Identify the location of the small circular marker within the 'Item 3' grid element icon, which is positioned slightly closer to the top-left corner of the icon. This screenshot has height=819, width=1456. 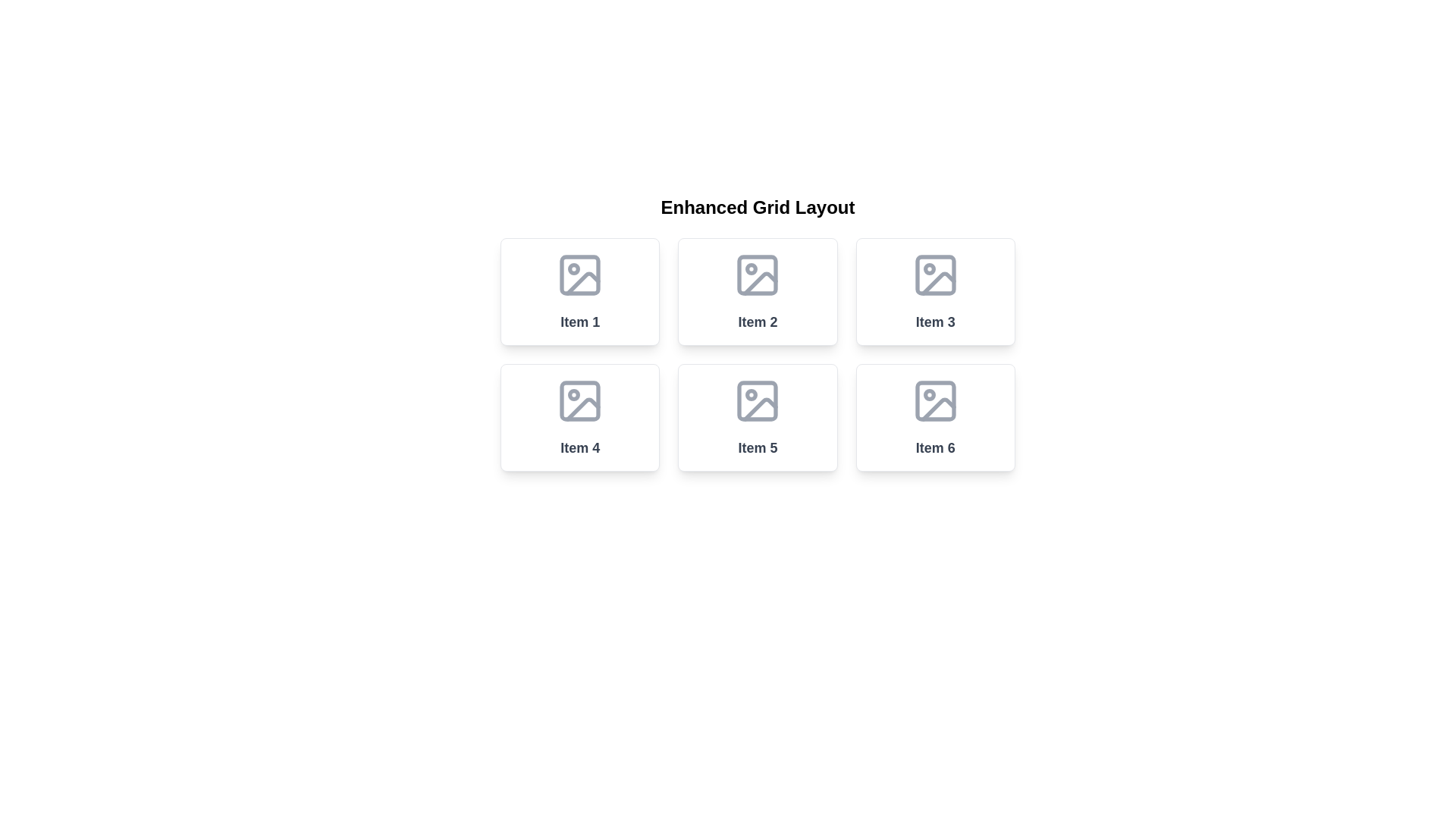
(928, 268).